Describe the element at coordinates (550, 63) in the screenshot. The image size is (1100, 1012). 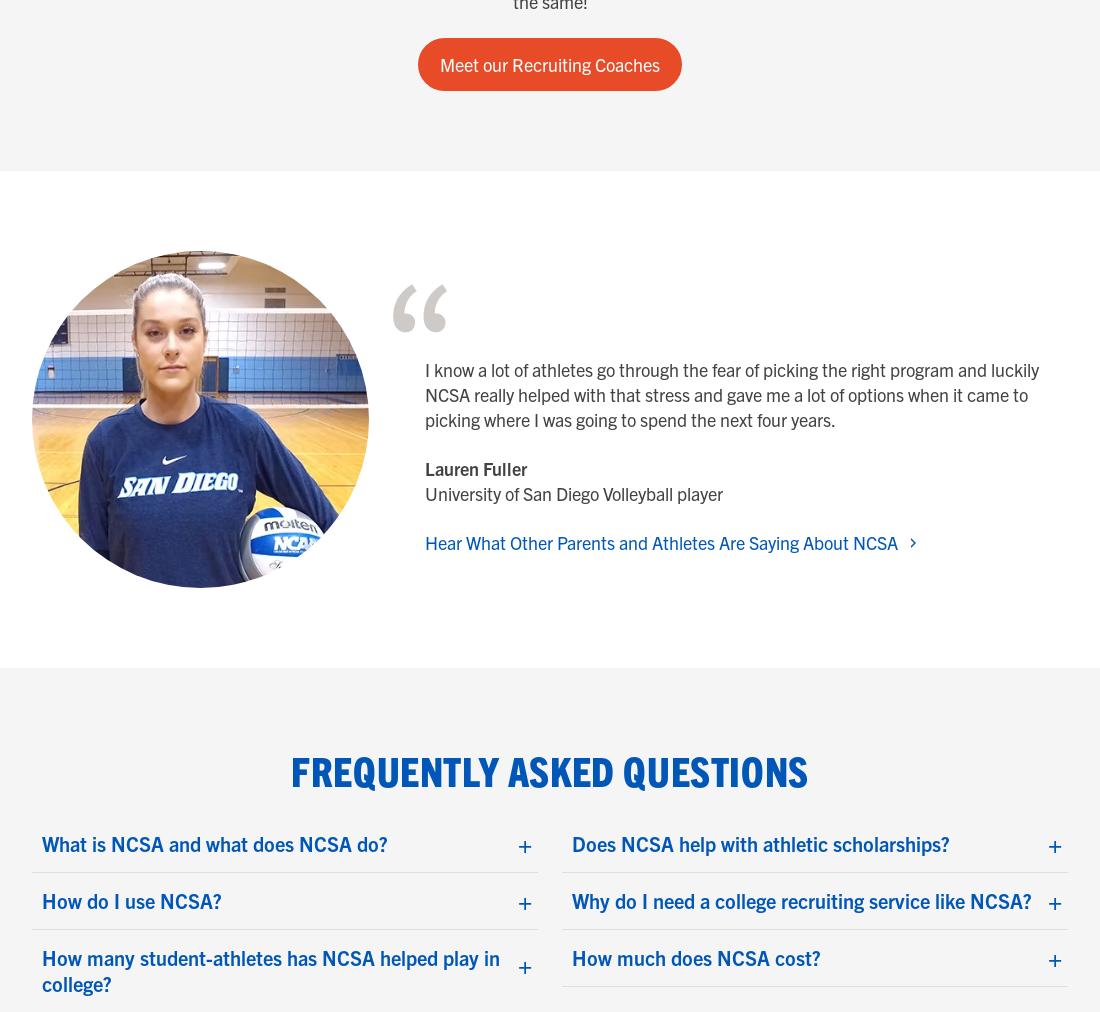
I see `'Meet our Recruiting Coaches'` at that location.